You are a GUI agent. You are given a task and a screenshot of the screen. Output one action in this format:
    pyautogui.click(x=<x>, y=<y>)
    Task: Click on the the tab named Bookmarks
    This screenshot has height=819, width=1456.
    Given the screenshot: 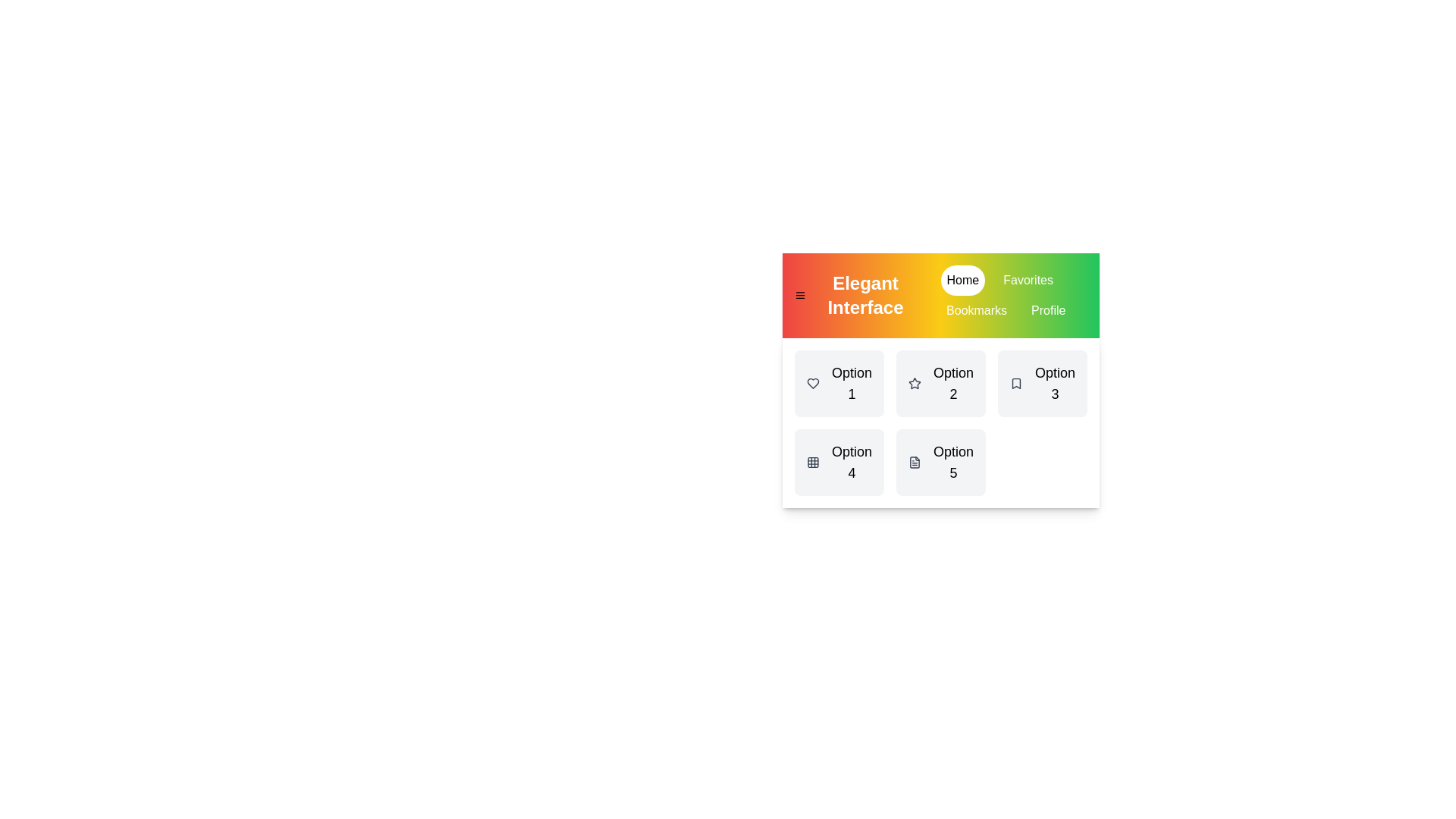 What is the action you would take?
    pyautogui.click(x=977, y=309)
    